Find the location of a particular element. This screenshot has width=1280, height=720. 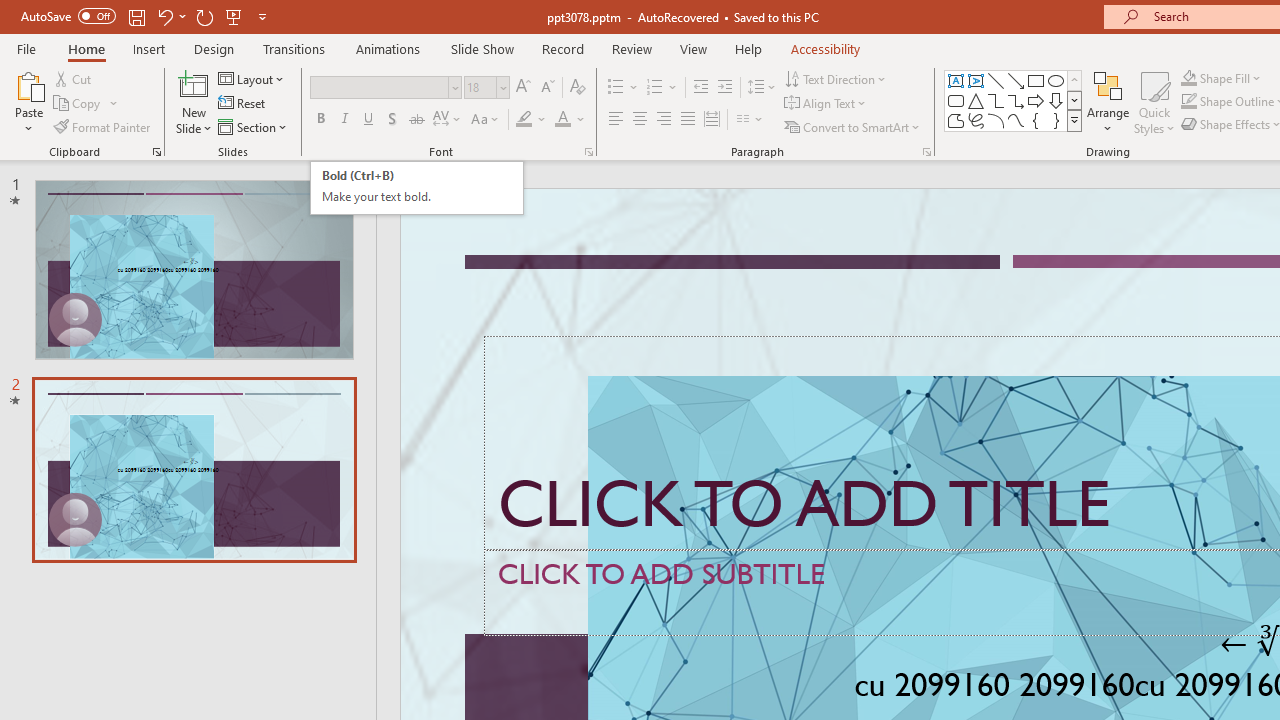

'Shapes' is located at coordinates (1073, 120).